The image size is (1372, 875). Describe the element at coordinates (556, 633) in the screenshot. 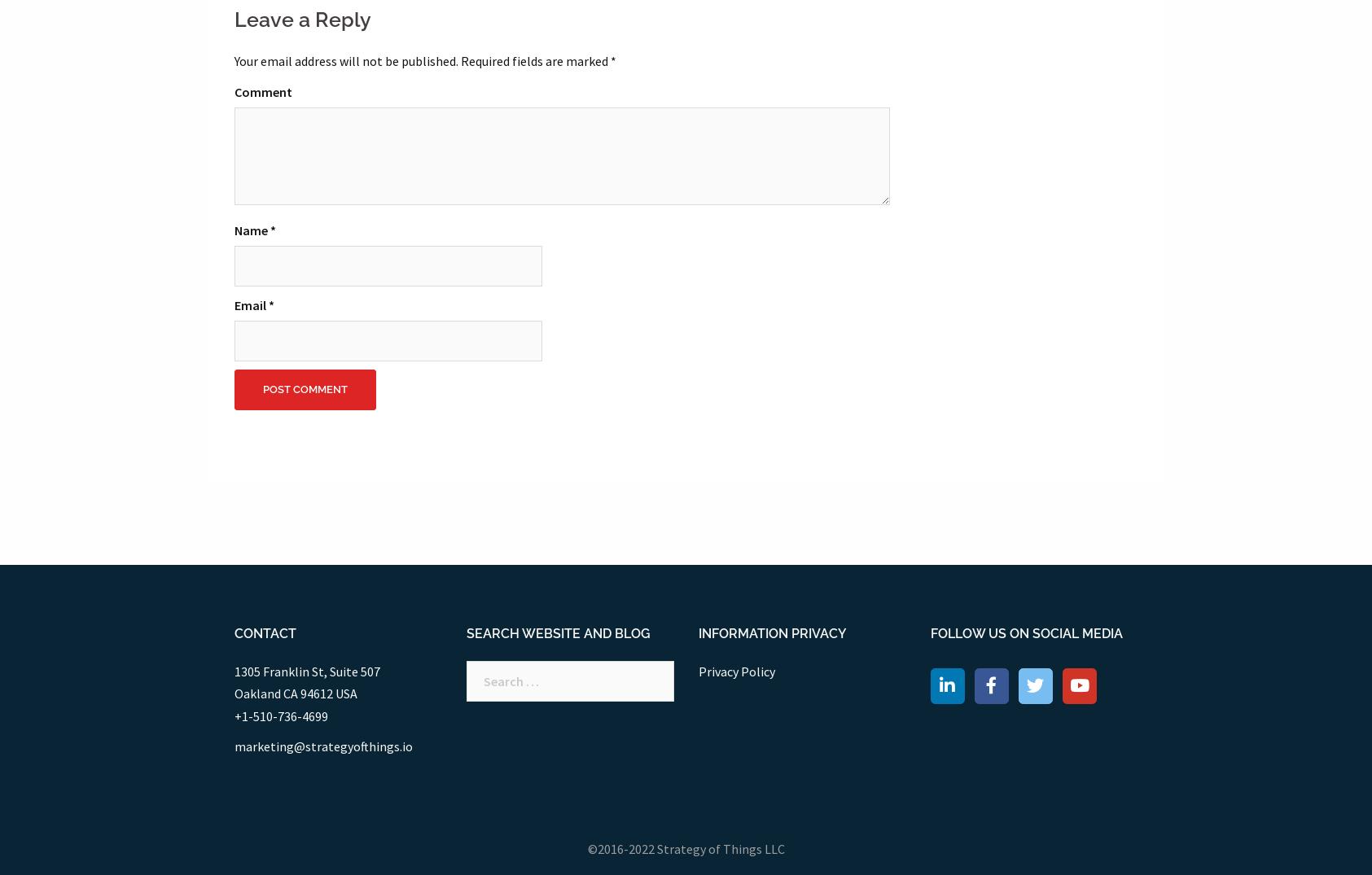

I see `'Search website and blog'` at that location.